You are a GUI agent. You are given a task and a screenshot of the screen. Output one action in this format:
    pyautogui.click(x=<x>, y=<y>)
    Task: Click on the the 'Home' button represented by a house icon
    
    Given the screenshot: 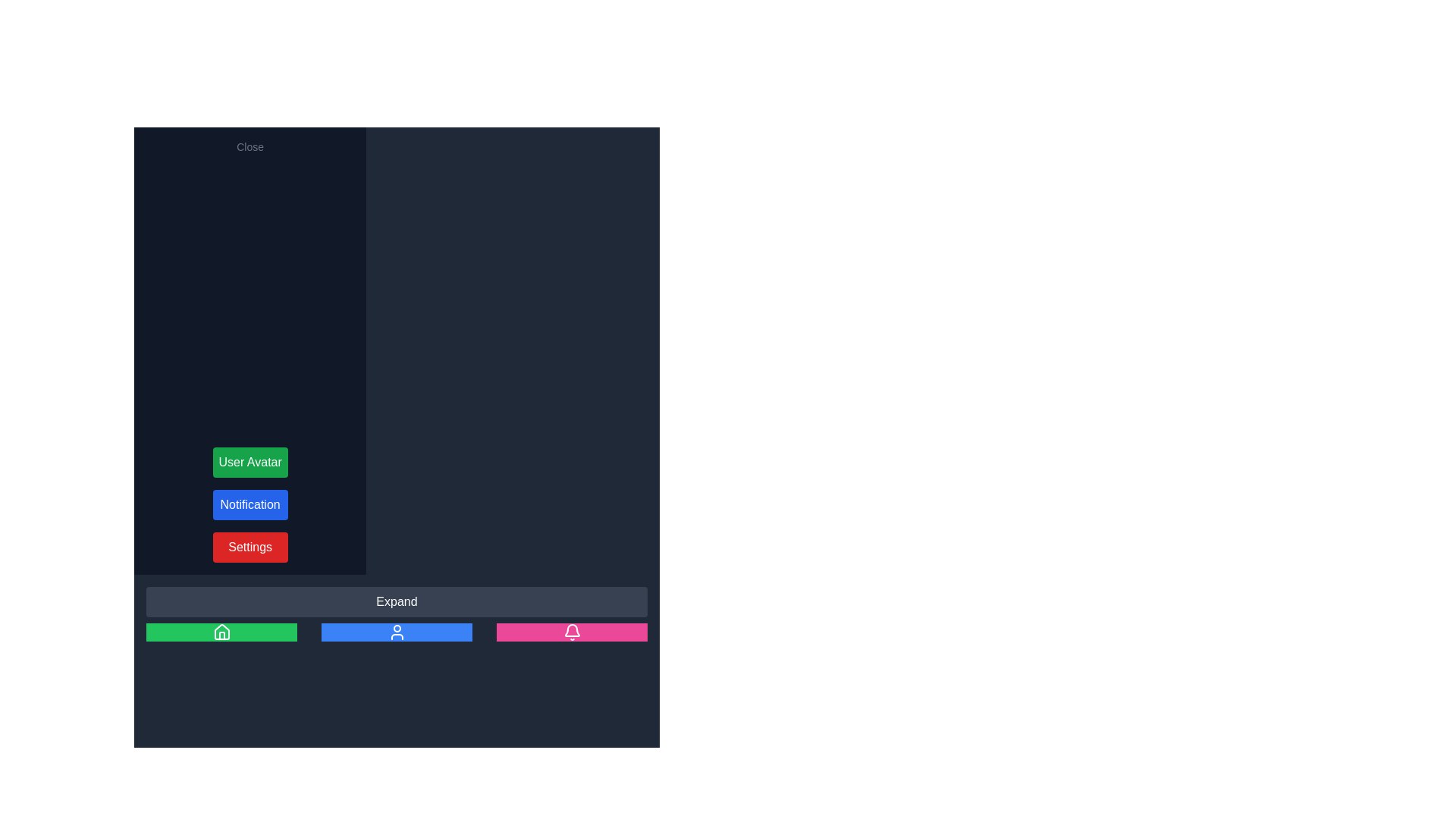 What is the action you would take?
    pyautogui.click(x=221, y=632)
    